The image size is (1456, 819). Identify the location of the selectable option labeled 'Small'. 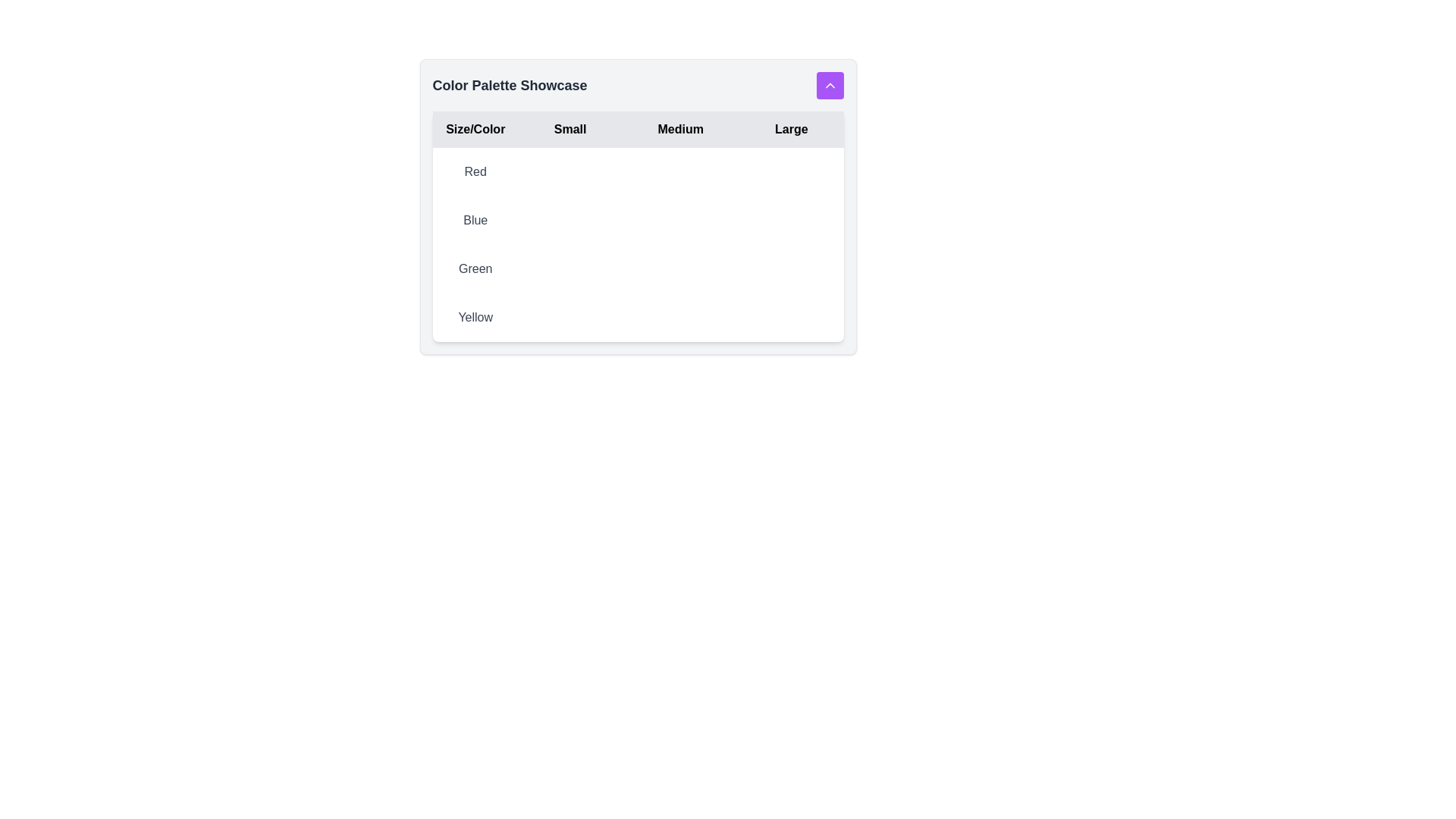
(570, 128).